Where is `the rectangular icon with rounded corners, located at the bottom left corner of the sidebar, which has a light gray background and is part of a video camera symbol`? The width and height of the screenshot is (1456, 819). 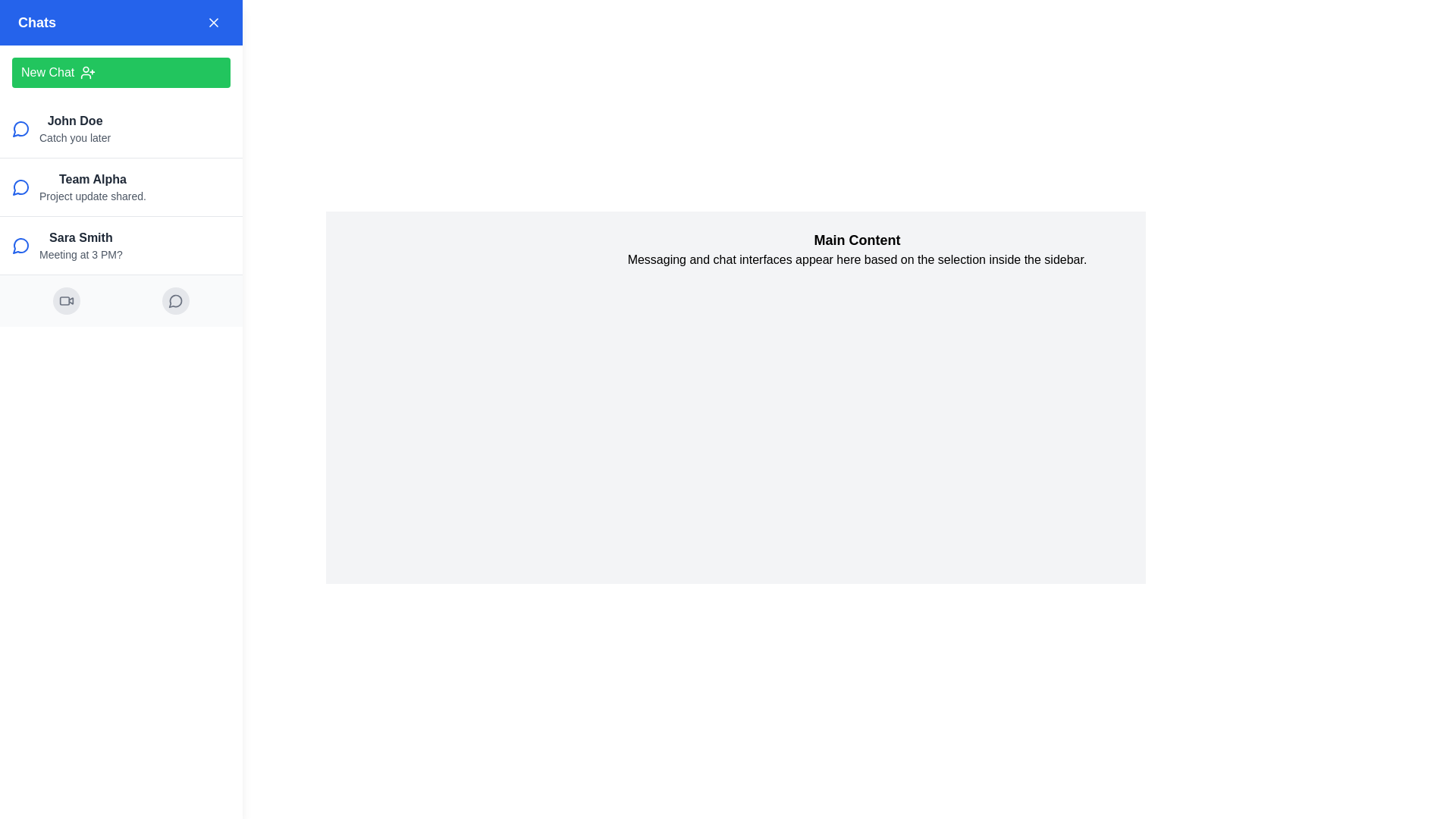
the rectangular icon with rounded corners, located at the bottom left corner of the sidebar, which has a light gray background and is part of a video camera symbol is located at coordinates (64, 301).